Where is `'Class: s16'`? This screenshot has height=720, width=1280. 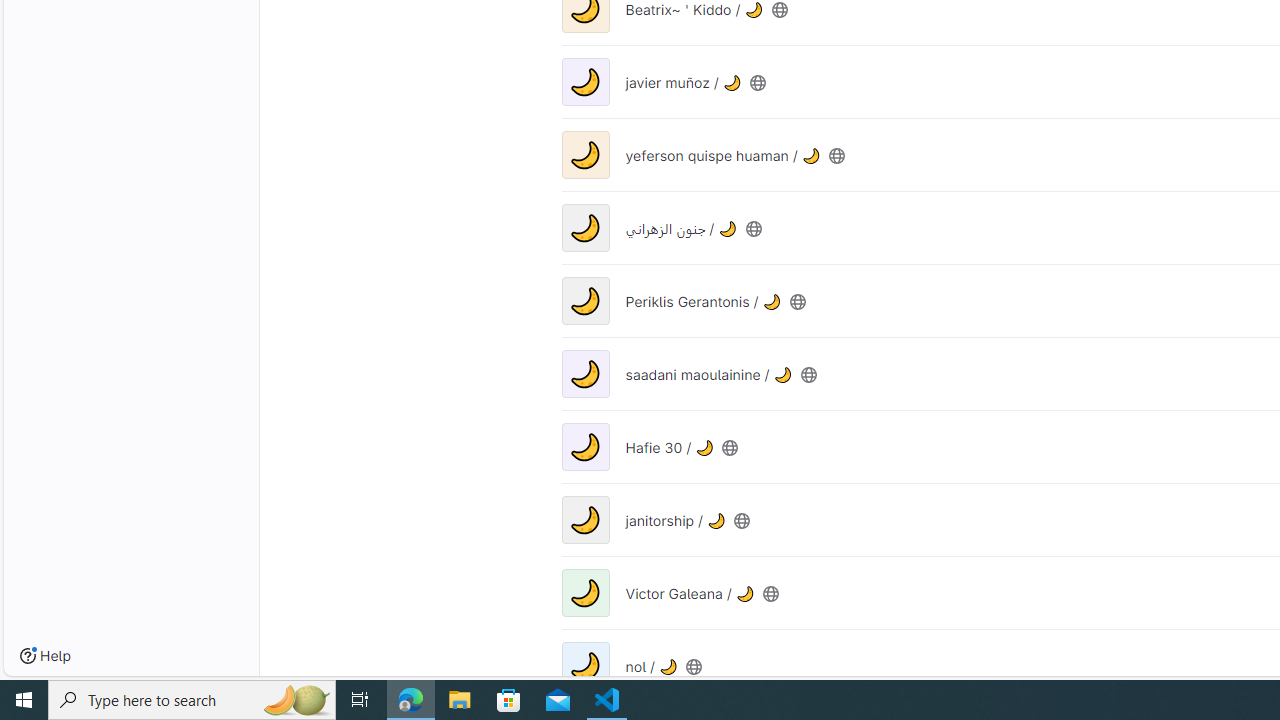 'Class: s16' is located at coordinates (694, 666).